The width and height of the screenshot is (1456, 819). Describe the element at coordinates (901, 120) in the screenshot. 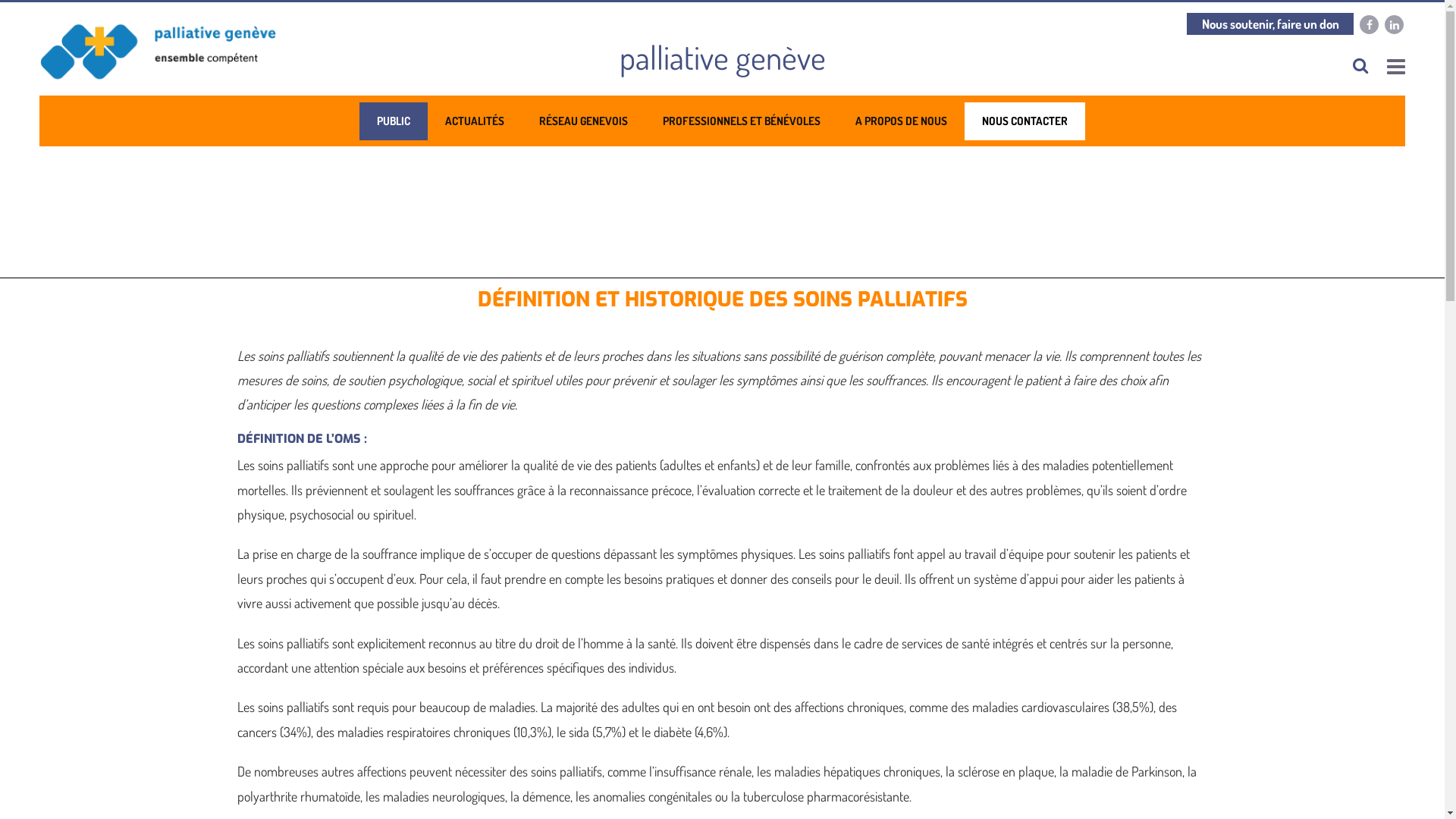

I see `'A PROPOS DE NOUS'` at that location.